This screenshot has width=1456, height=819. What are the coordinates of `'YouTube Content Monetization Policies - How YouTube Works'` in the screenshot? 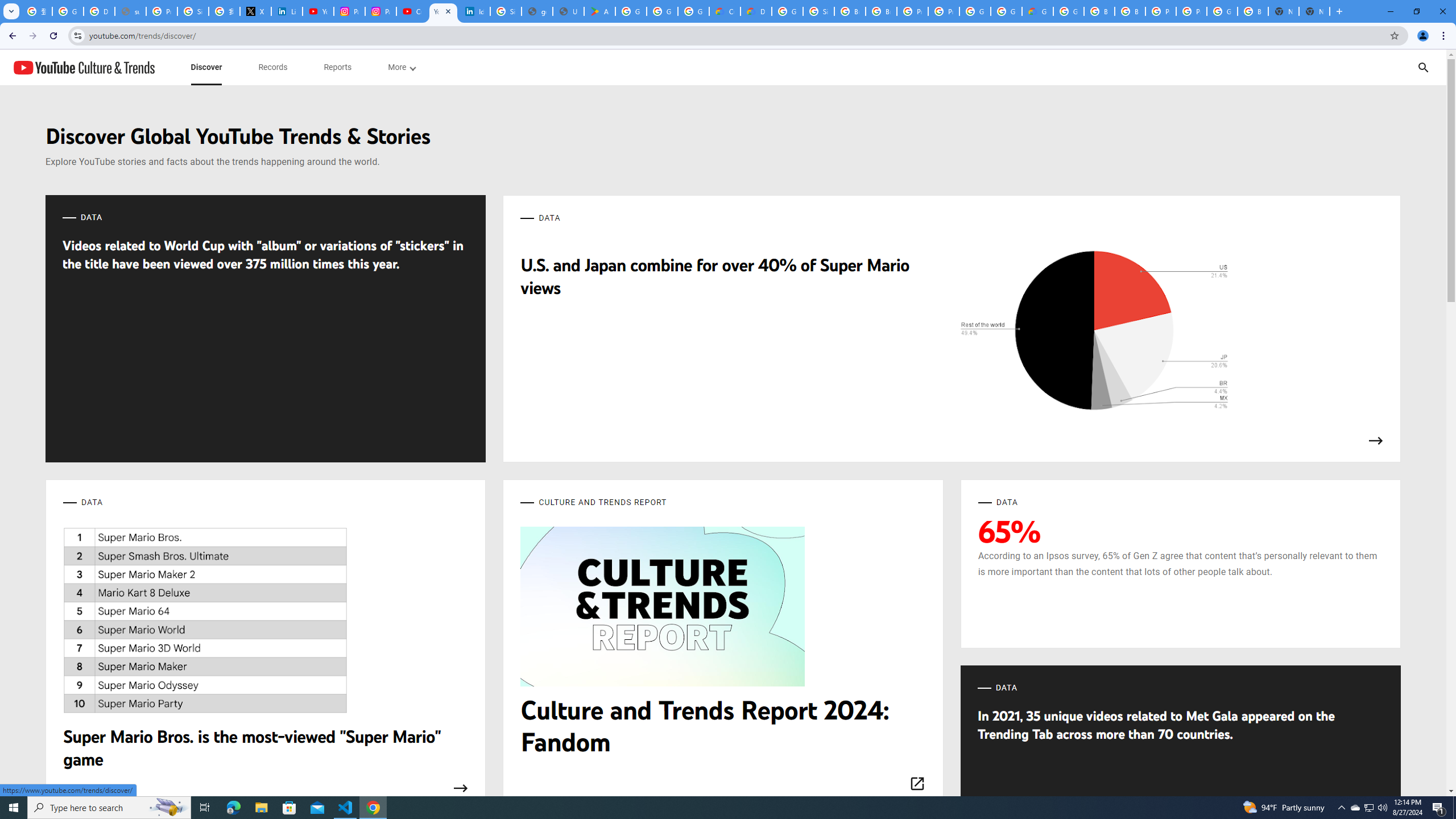 It's located at (317, 11).